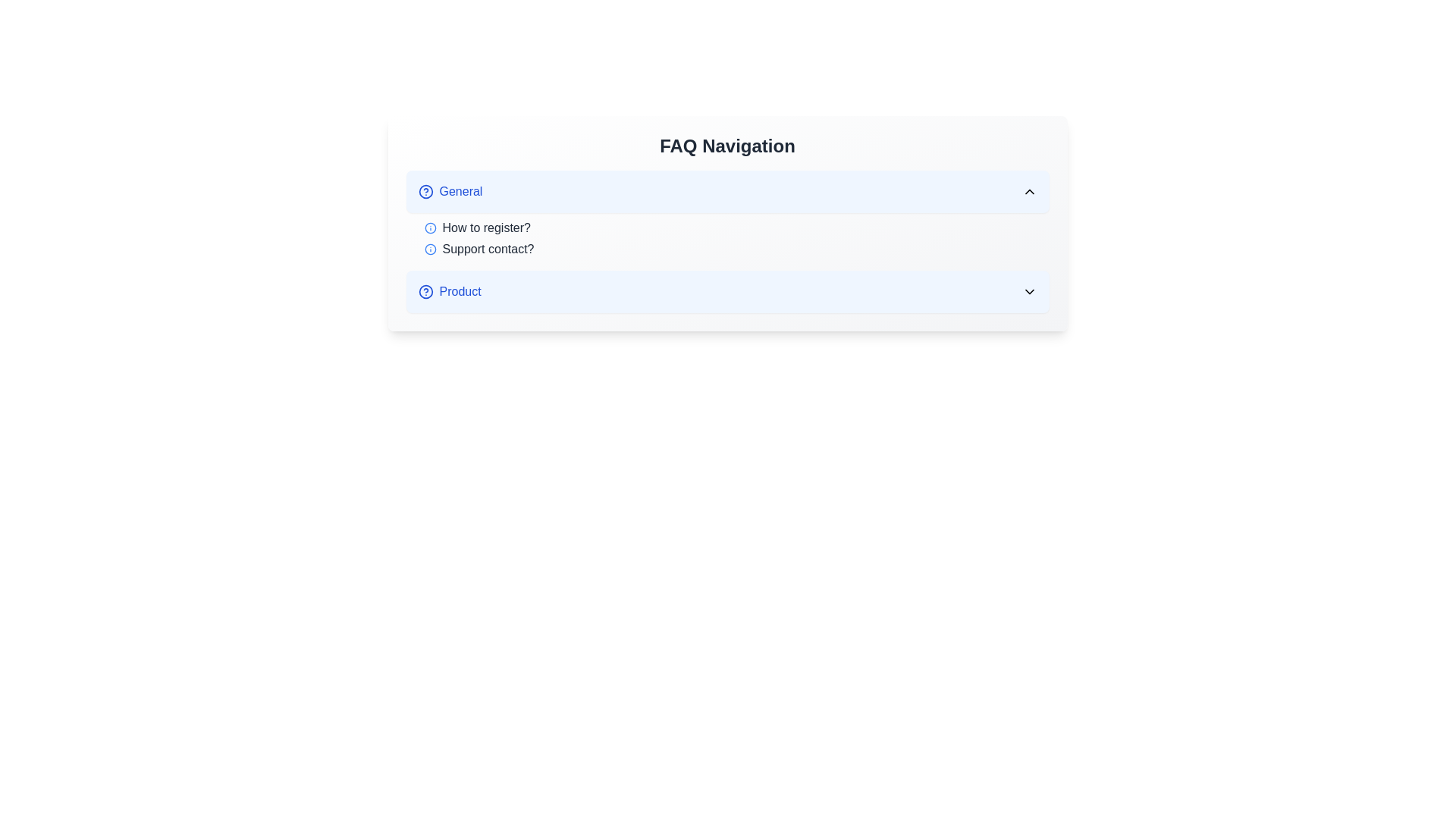 The image size is (1456, 819). I want to click on the hyperlink located in the middle section of the FAQ navigation interface, directly below the 'General' section header, so click(486, 227).